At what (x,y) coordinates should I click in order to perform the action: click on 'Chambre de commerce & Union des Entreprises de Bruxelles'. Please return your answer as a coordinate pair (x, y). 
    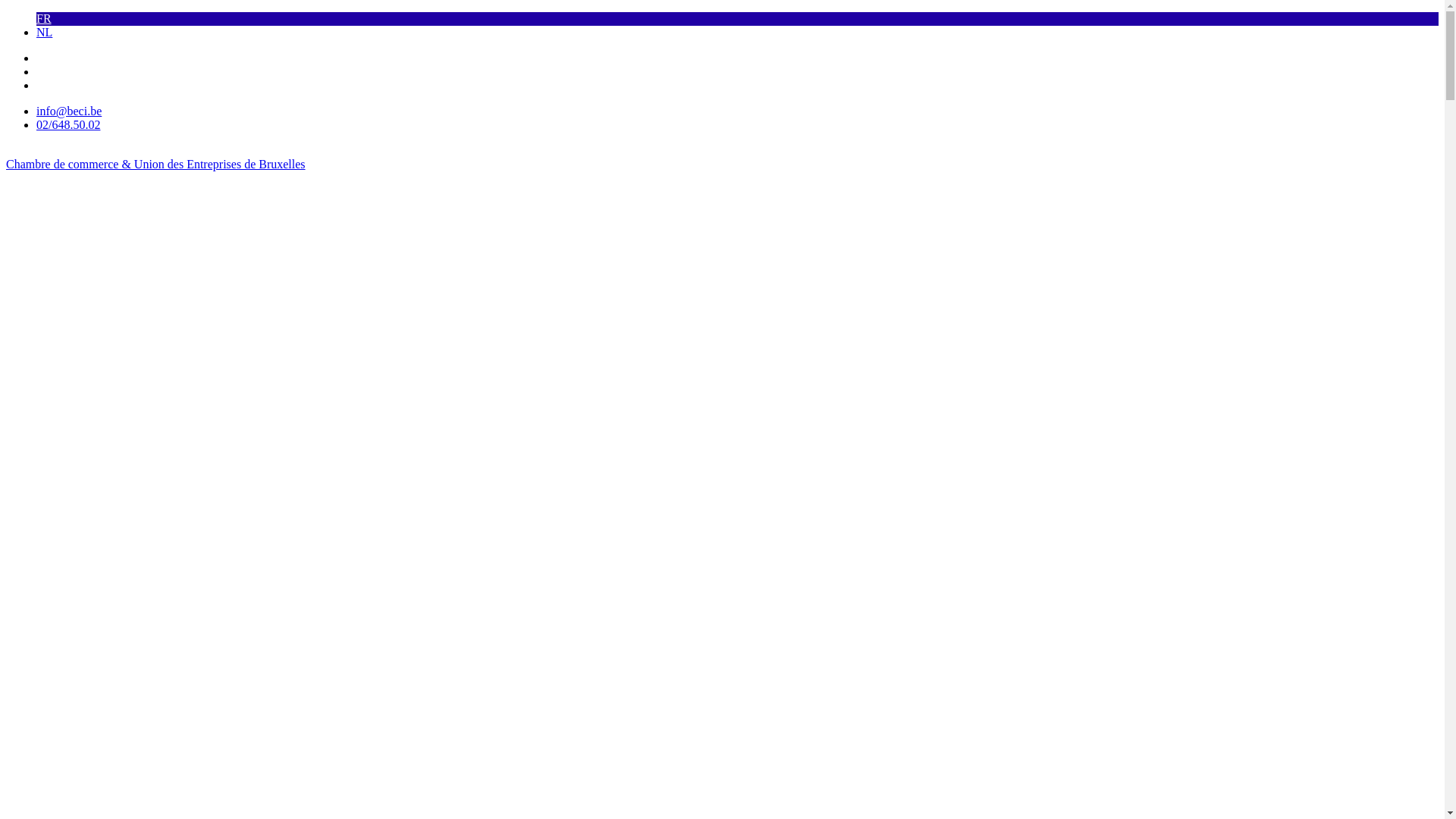
    Looking at the image, I should click on (155, 164).